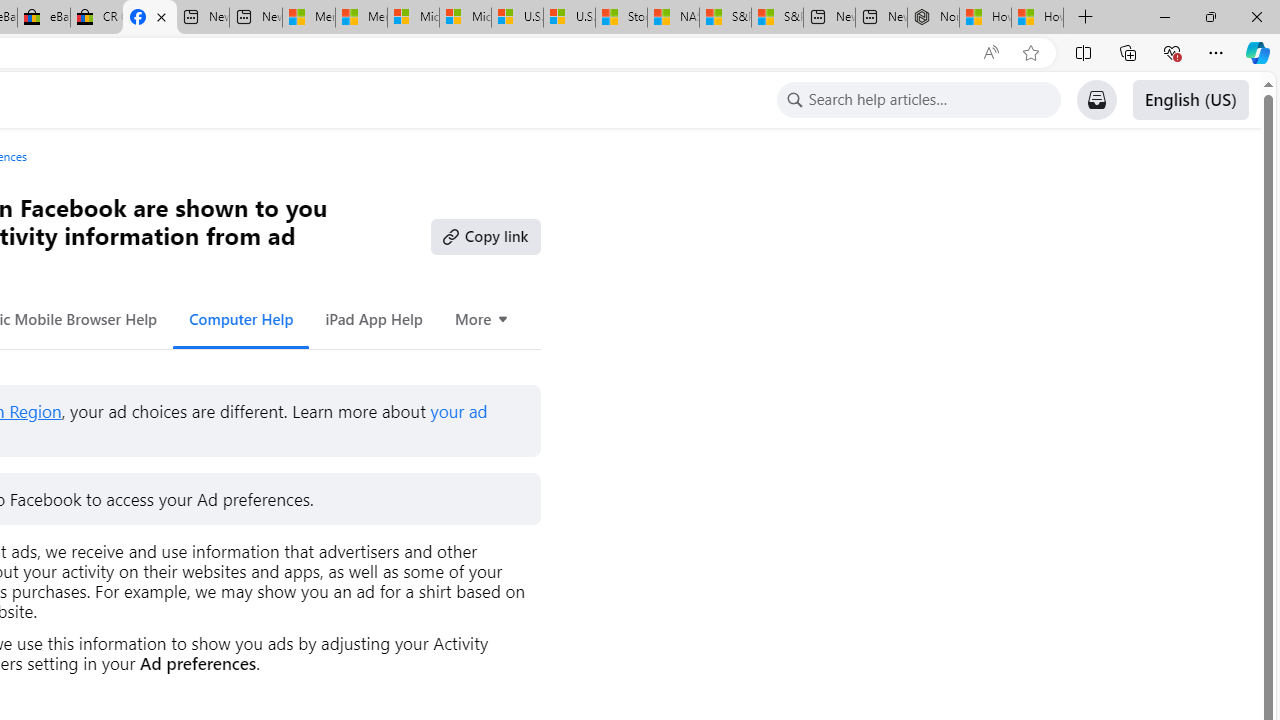  Describe the element at coordinates (793, 100) in the screenshot. I see `'Class: x19dipnz x1lliihq x1tzjh5l x1k90msu x2h7rmj x1qfuztq'` at that location.